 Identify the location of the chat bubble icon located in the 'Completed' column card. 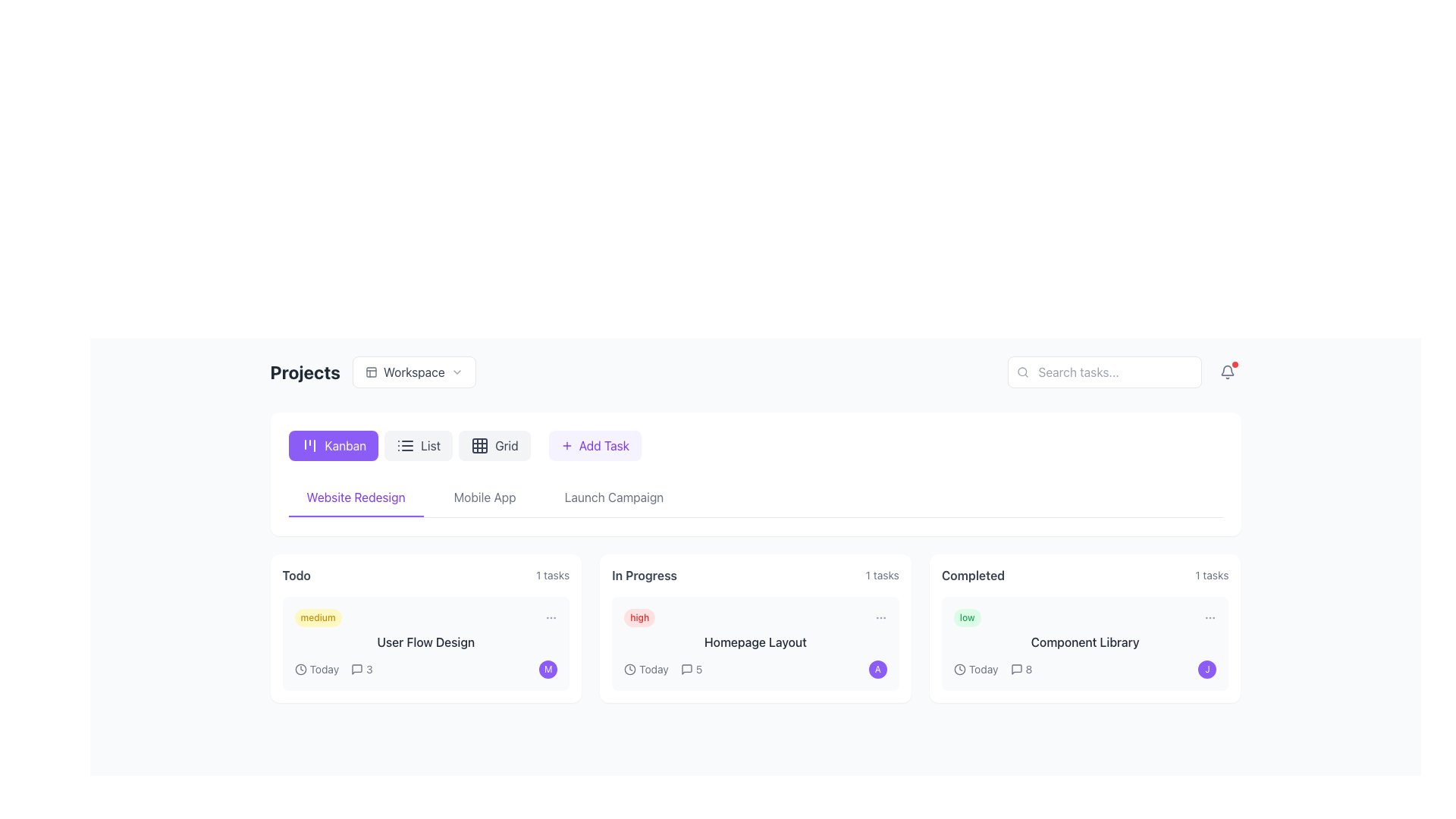
(1016, 669).